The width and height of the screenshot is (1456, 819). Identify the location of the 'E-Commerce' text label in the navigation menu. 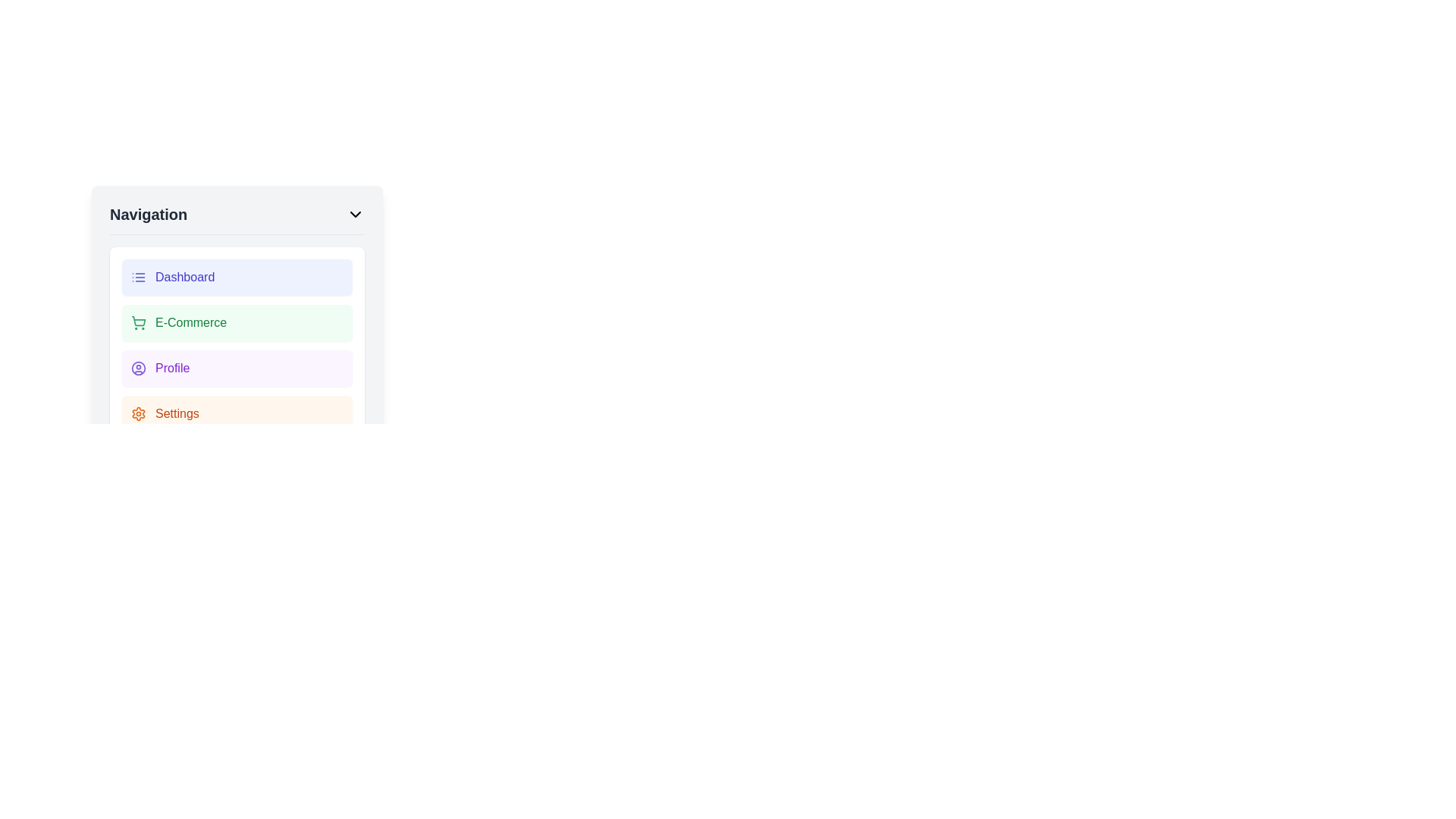
(190, 322).